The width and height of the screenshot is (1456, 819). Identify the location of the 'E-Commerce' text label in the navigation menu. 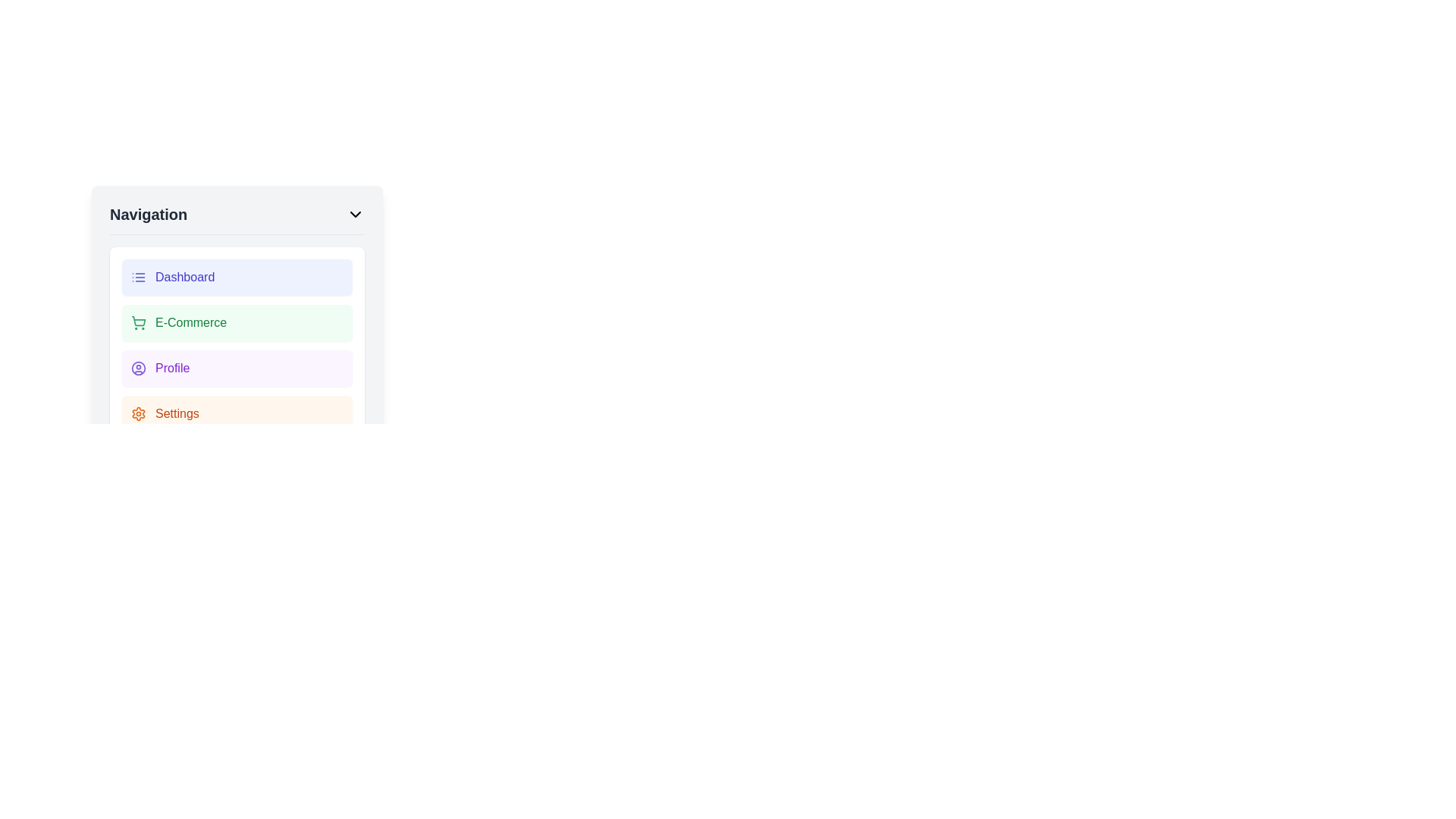
(190, 322).